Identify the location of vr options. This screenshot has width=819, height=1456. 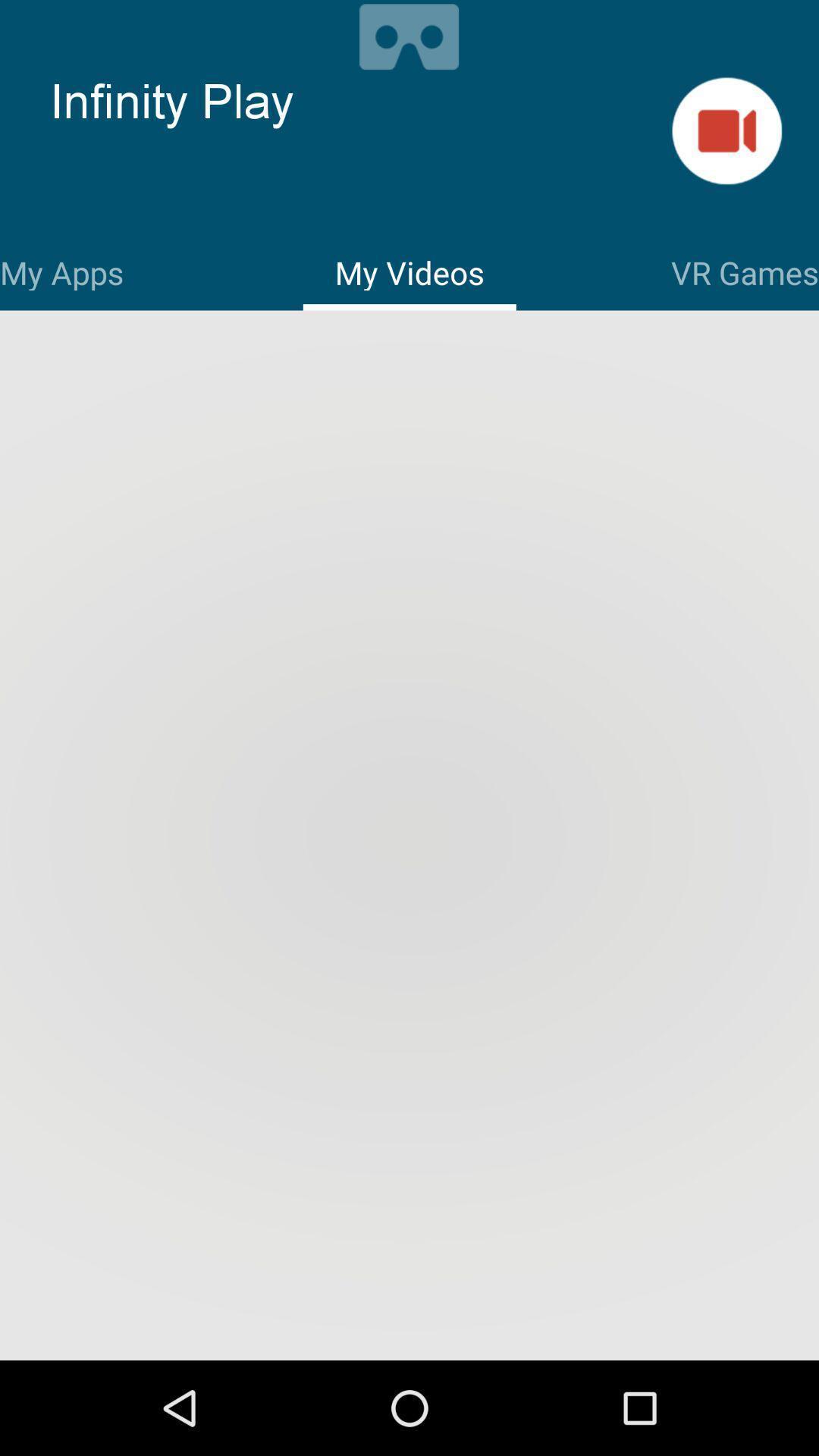
(408, 35).